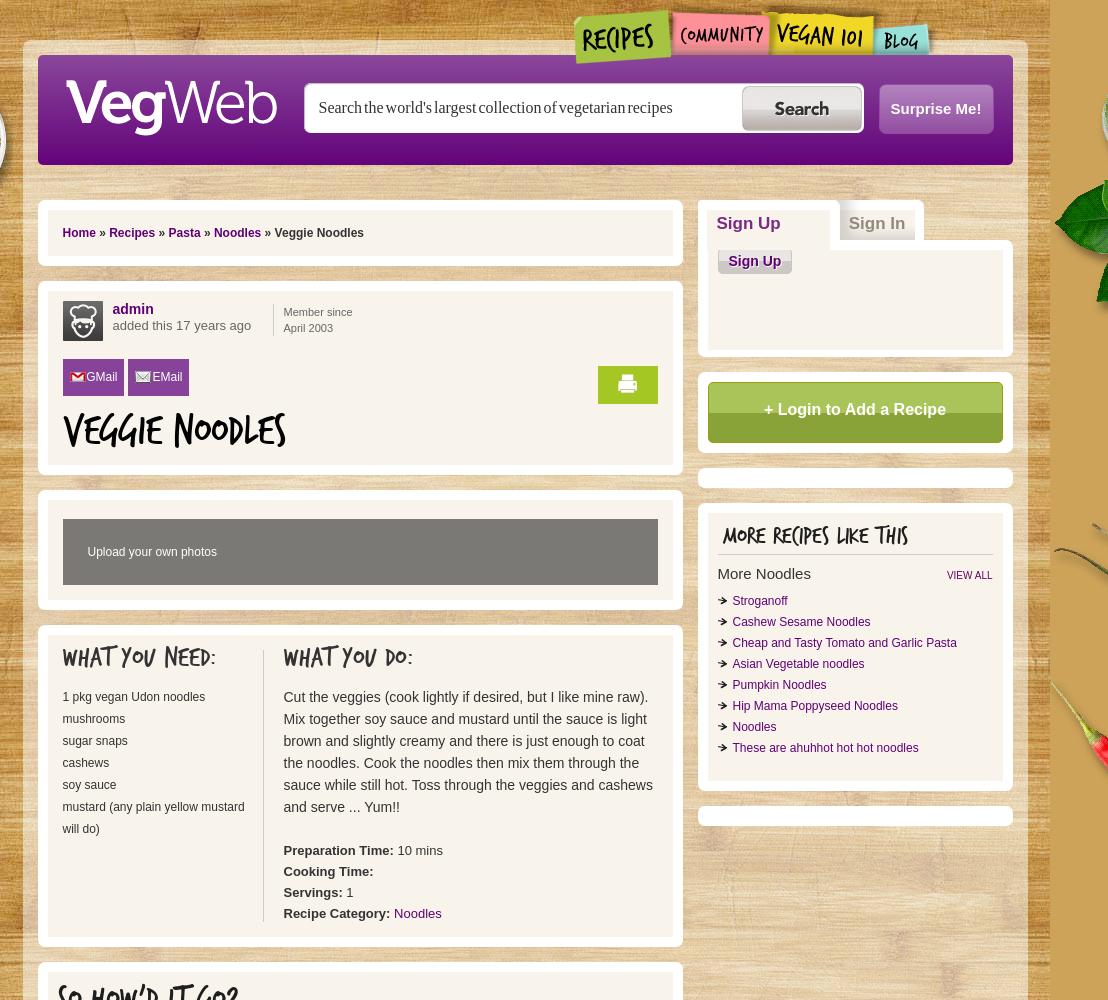 Image resolution: width=1108 pixels, height=1000 pixels. Describe the element at coordinates (968, 574) in the screenshot. I see `'View all'` at that location.